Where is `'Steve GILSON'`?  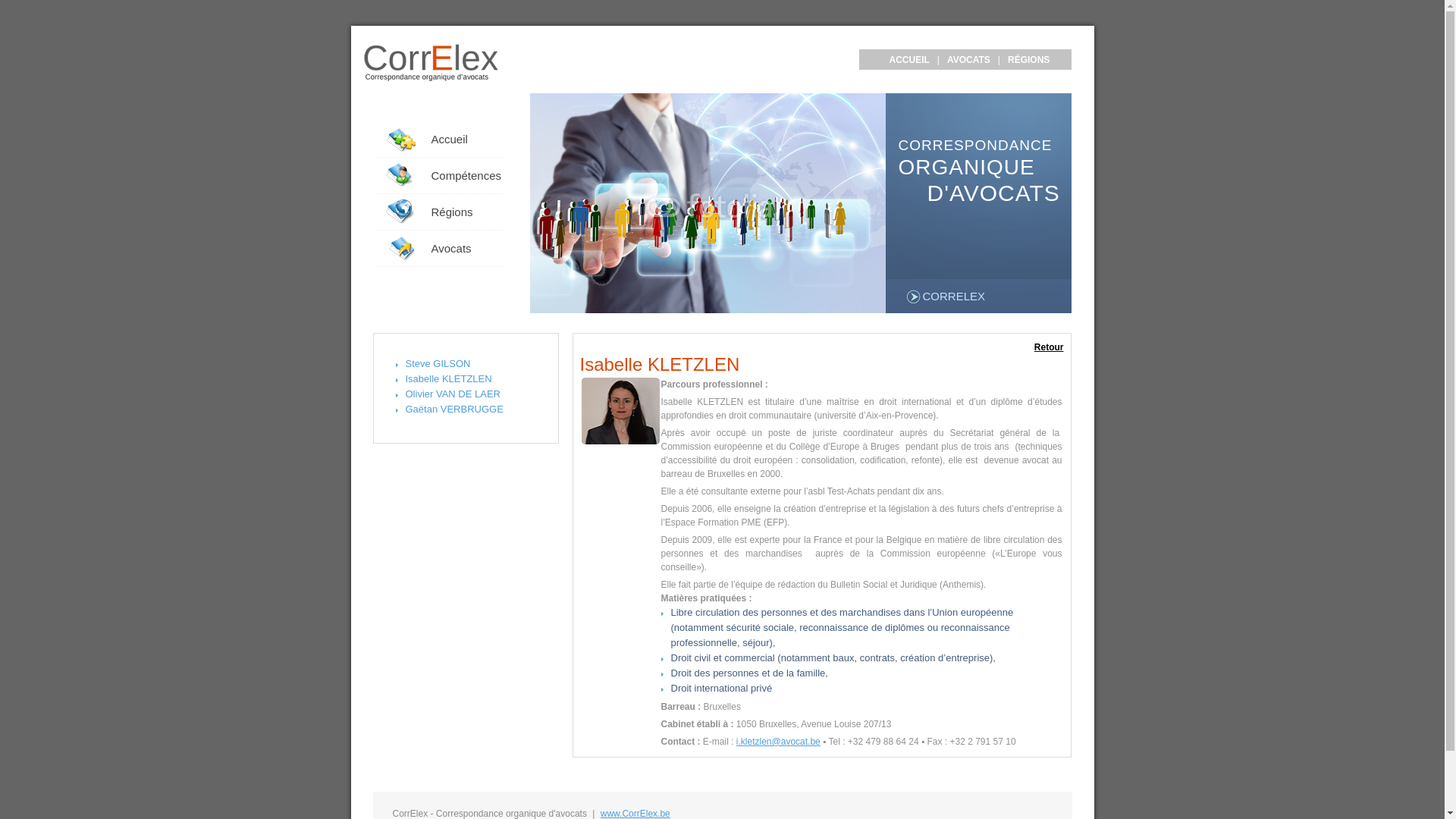 'Steve GILSON' is located at coordinates (436, 363).